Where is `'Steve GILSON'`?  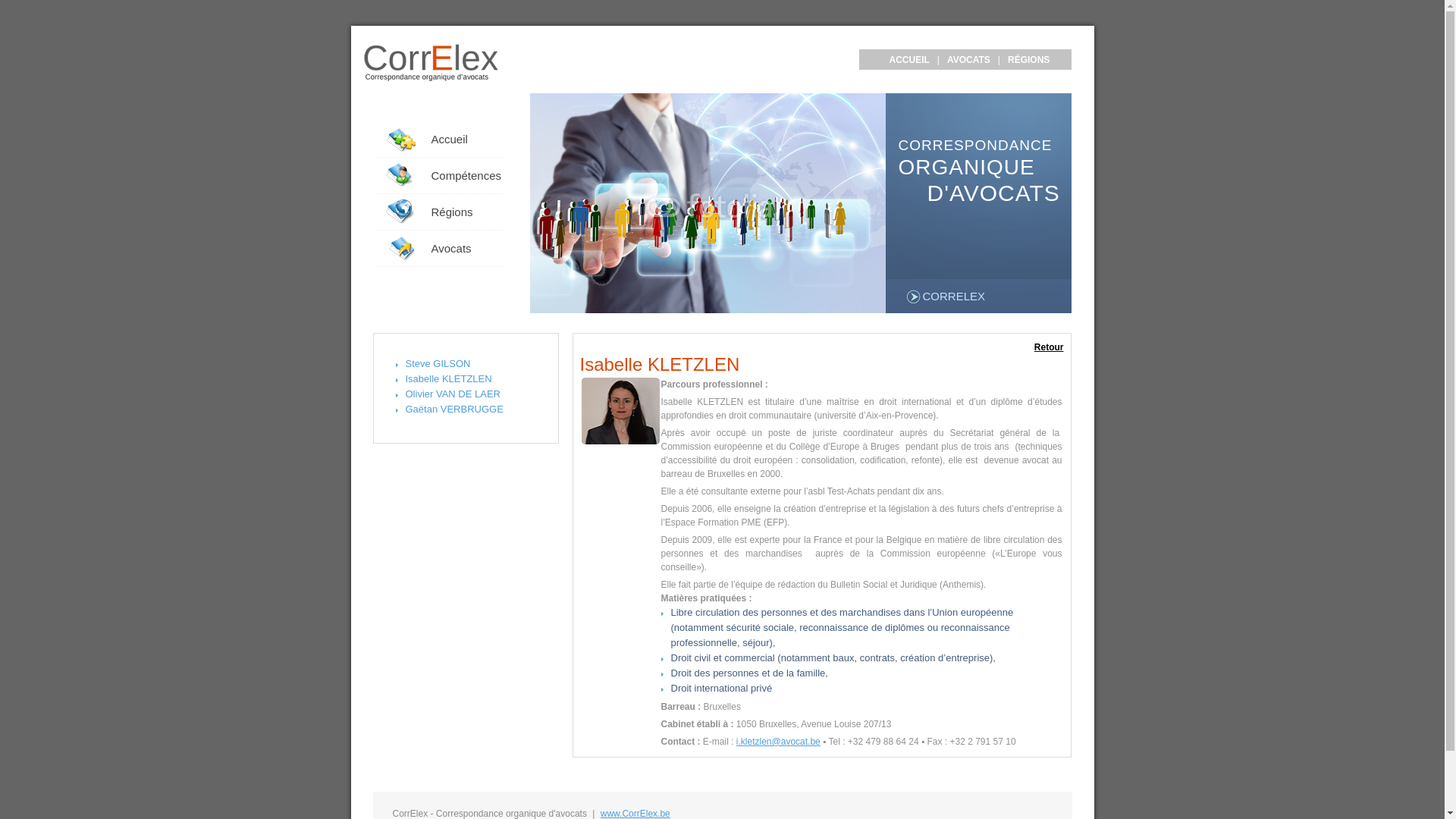 'Steve GILSON' is located at coordinates (436, 363).